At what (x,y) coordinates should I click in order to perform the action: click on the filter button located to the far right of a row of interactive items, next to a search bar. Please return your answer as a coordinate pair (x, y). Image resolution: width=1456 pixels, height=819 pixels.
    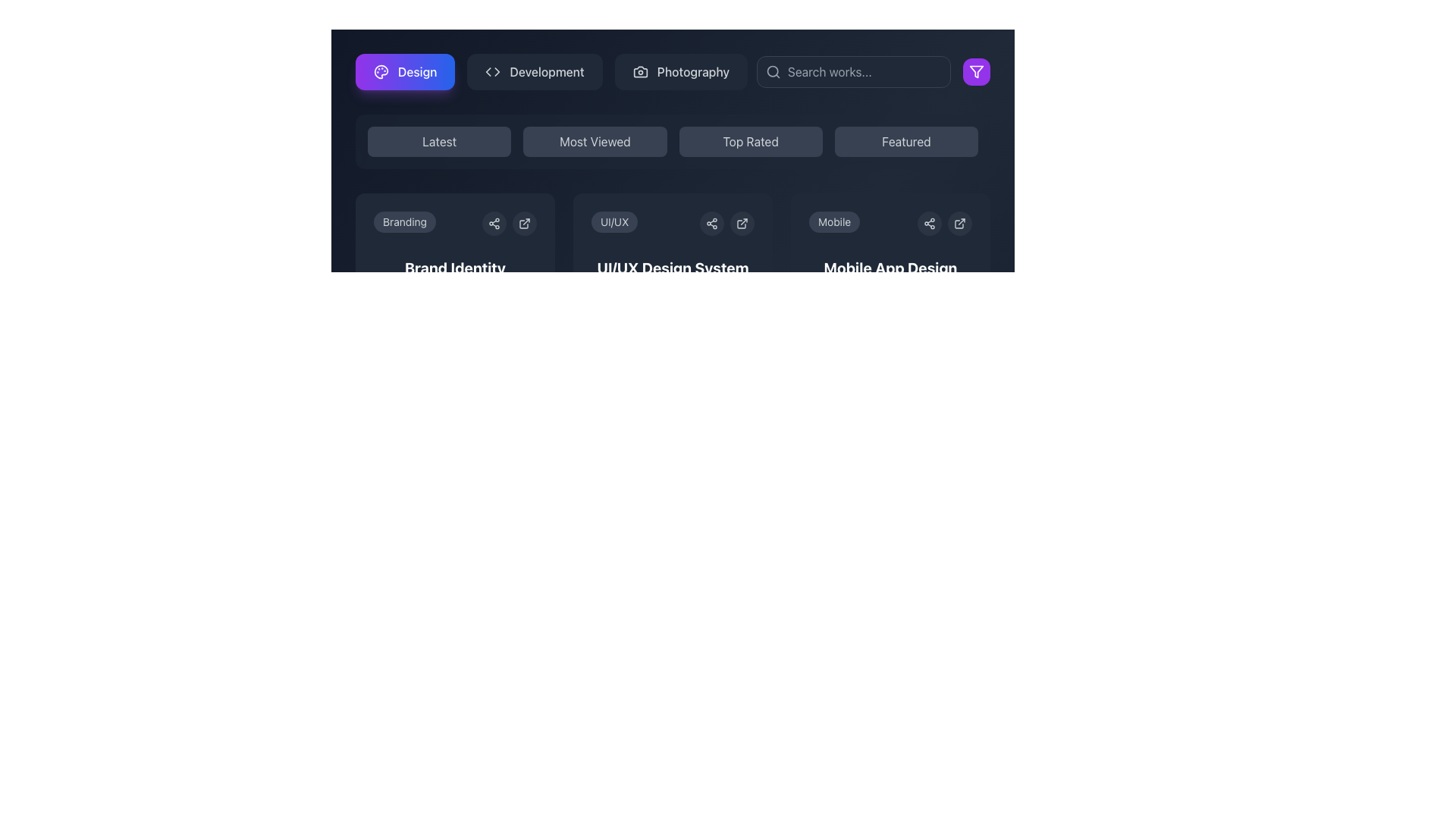
    Looking at the image, I should click on (976, 72).